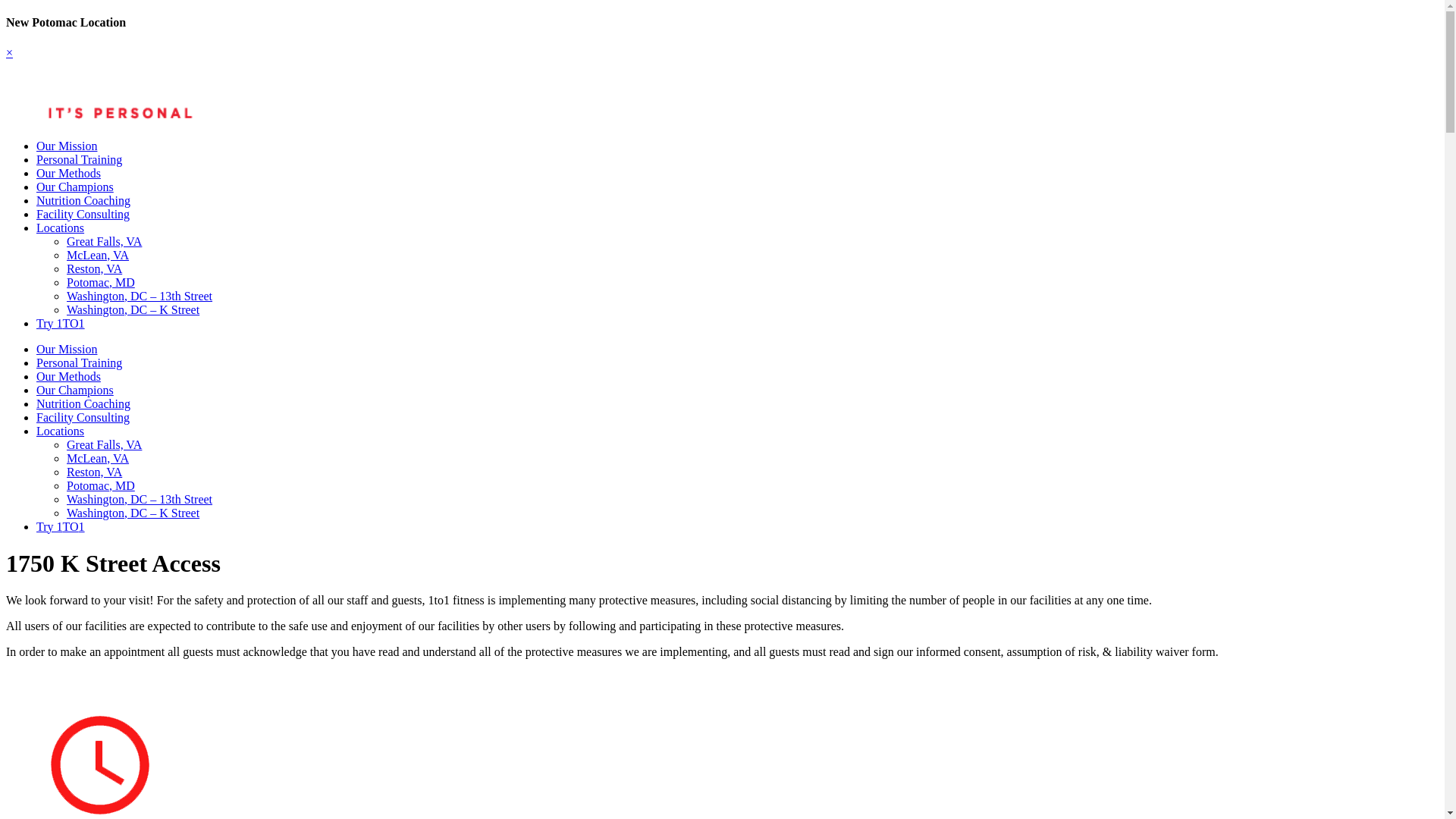 The width and height of the screenshot is (1456, 819). What do you see at coordinates (100, 485) in the screenshot?
I see `'Potomac, MD'` at bounding box center [100, 485].